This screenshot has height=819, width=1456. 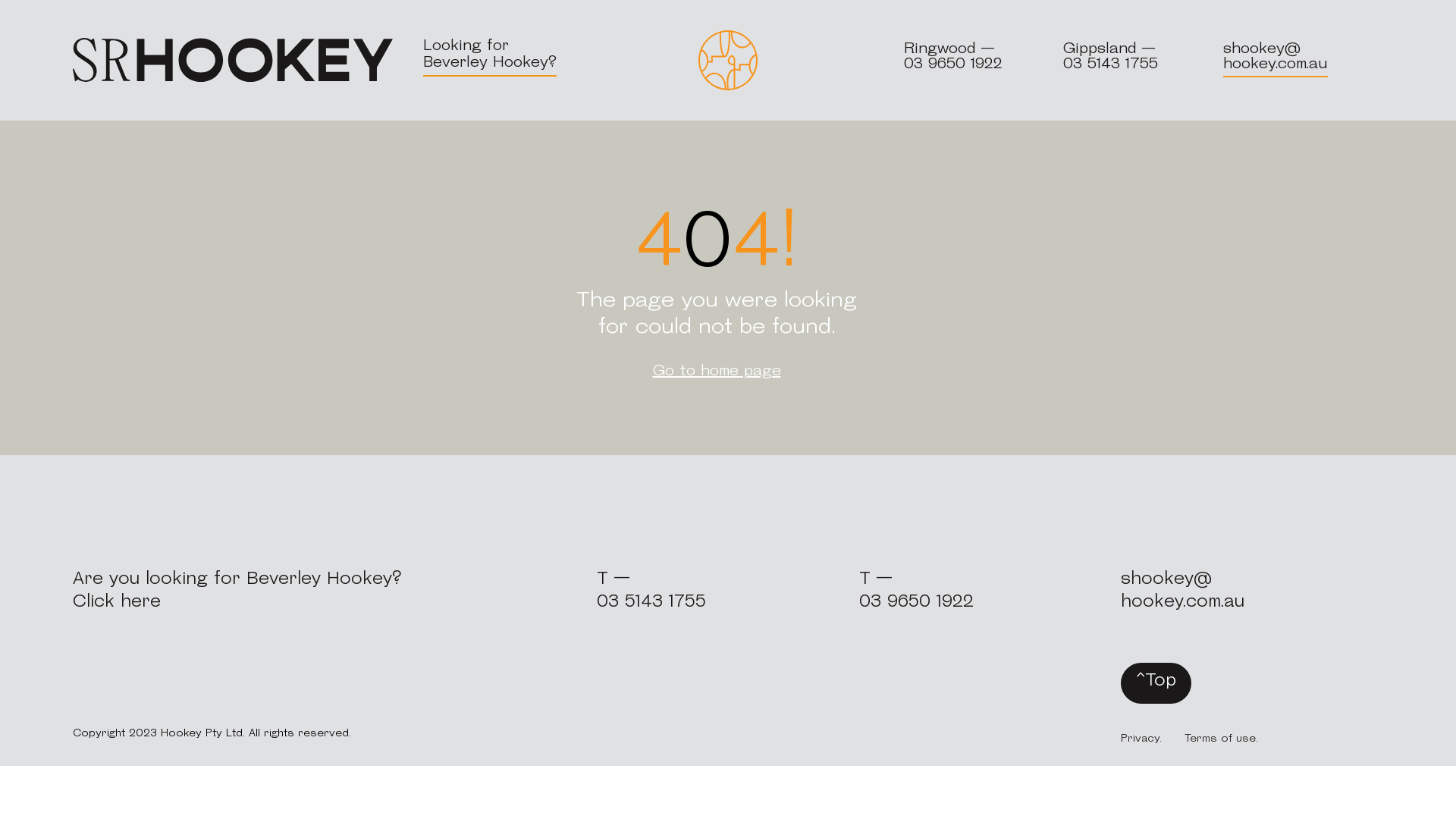 What do you see at coordinates (1121, 590) in the screenshot?
I see `'shookey@` at bounding box center [1121, 590].